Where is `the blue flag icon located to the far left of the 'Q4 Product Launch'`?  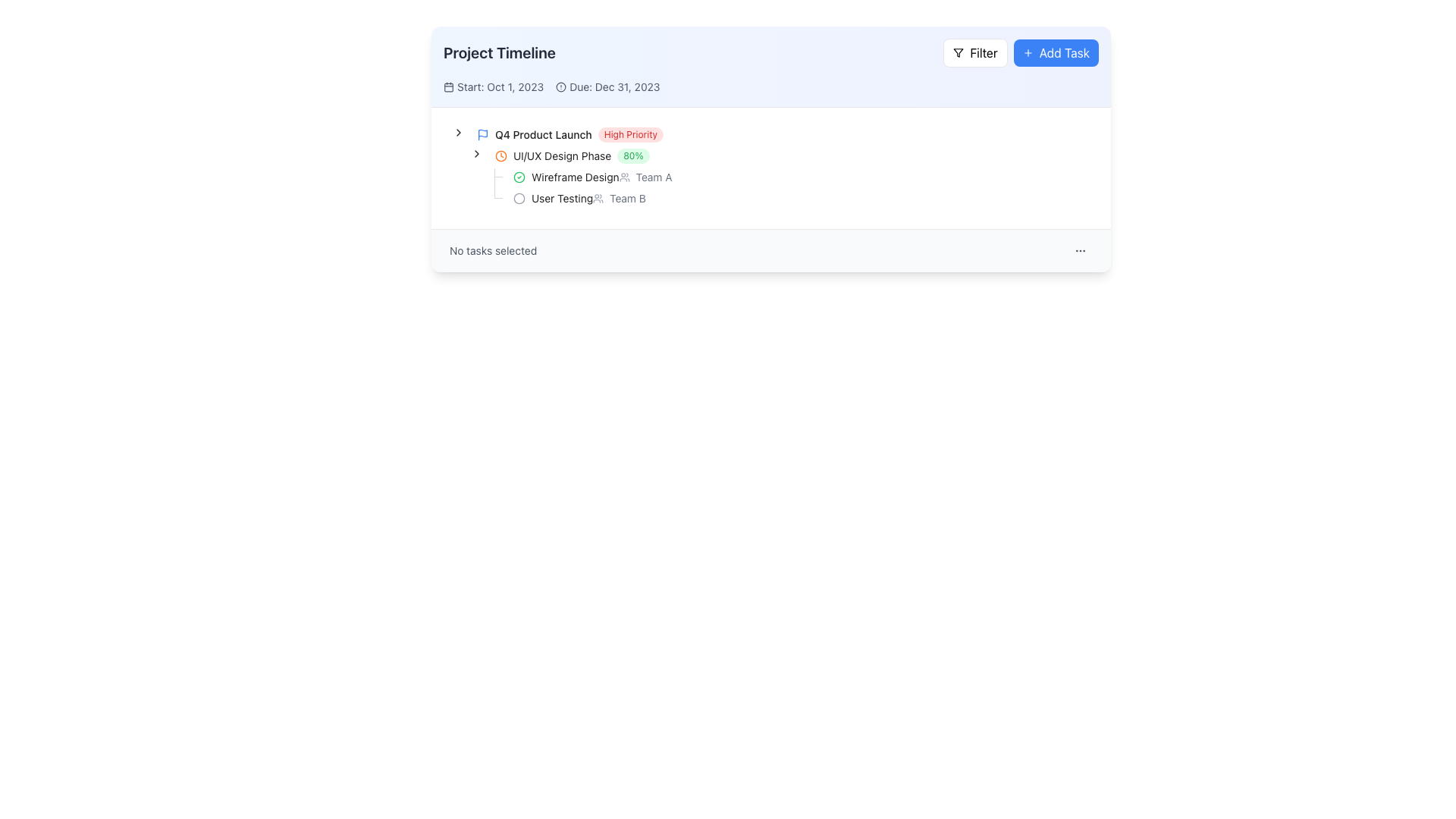 the blue flag icon located to the far left of the 'Q4 Product Launch' is located at coordinates (482, 133).